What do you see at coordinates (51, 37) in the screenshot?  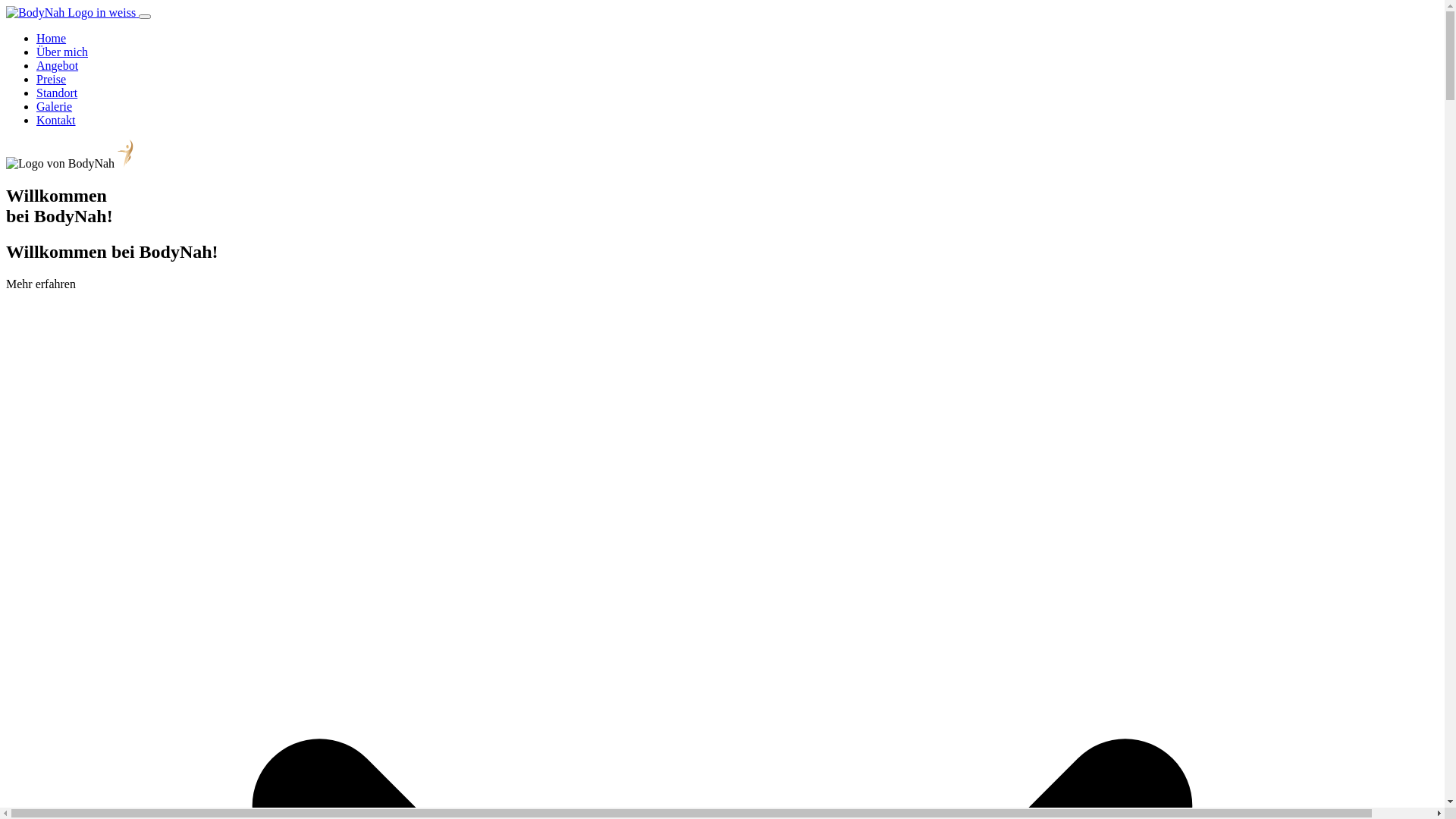 I see `'Home'` at bounding box center [51, 37].